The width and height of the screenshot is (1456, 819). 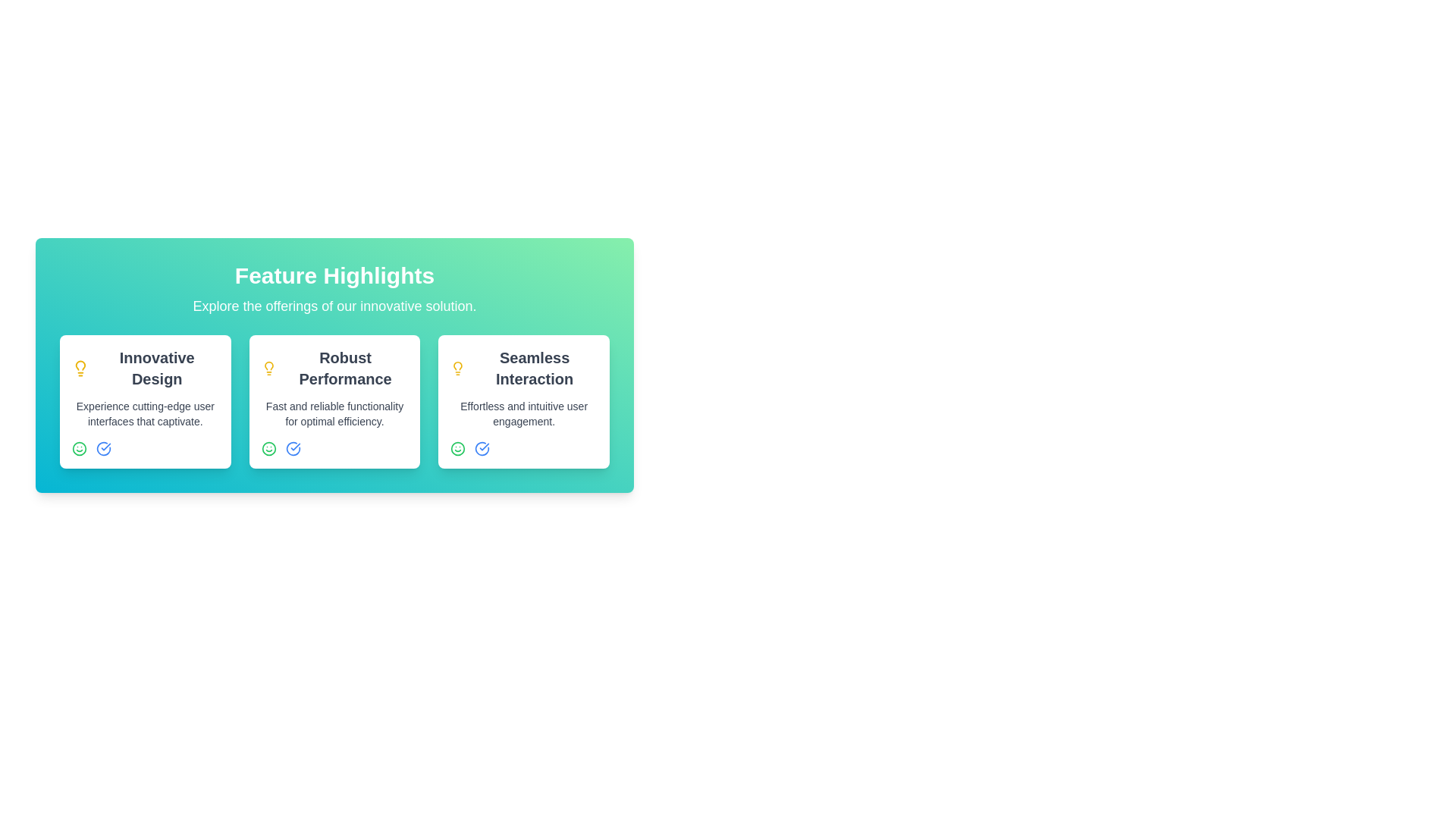 I want to click on displayed text 'Seamless Interaction' from the bold heading element located in the rightmost card of three horizontally aligned cards, so click(x=535, y=369).